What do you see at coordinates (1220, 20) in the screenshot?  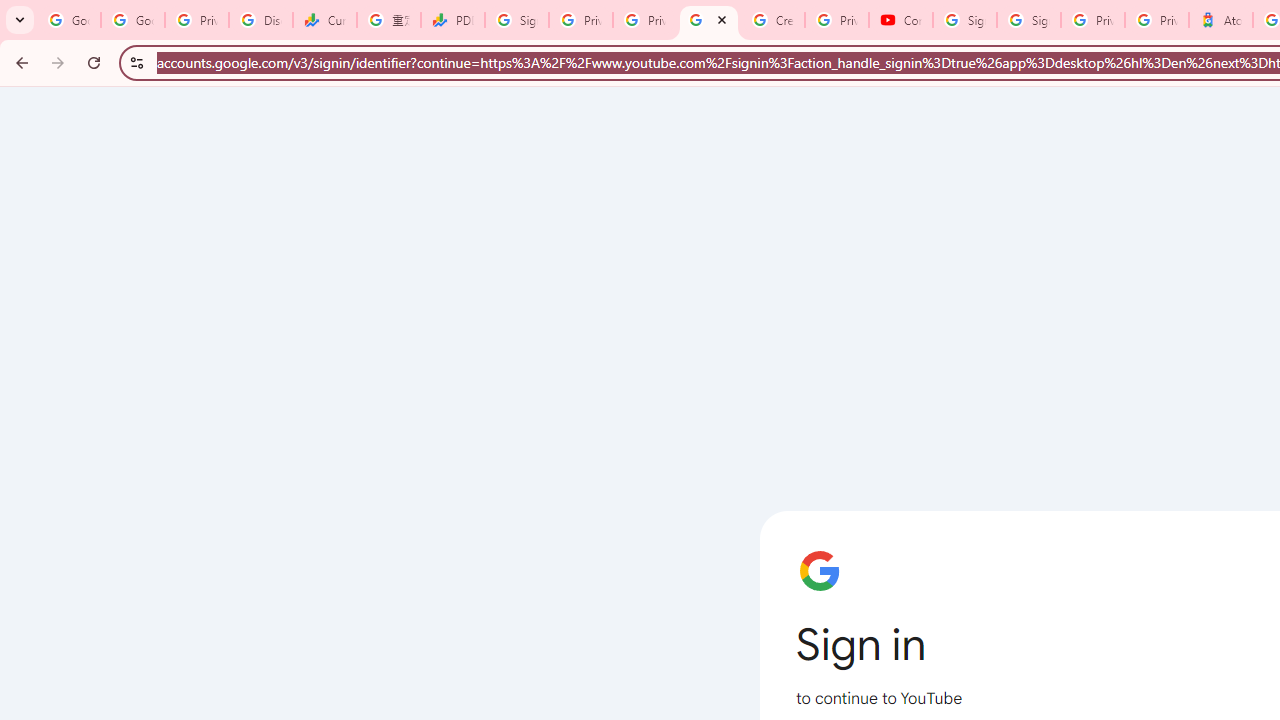 I see `'Atour Hotel - Google hotels'` at bounding box center [1220, 20].